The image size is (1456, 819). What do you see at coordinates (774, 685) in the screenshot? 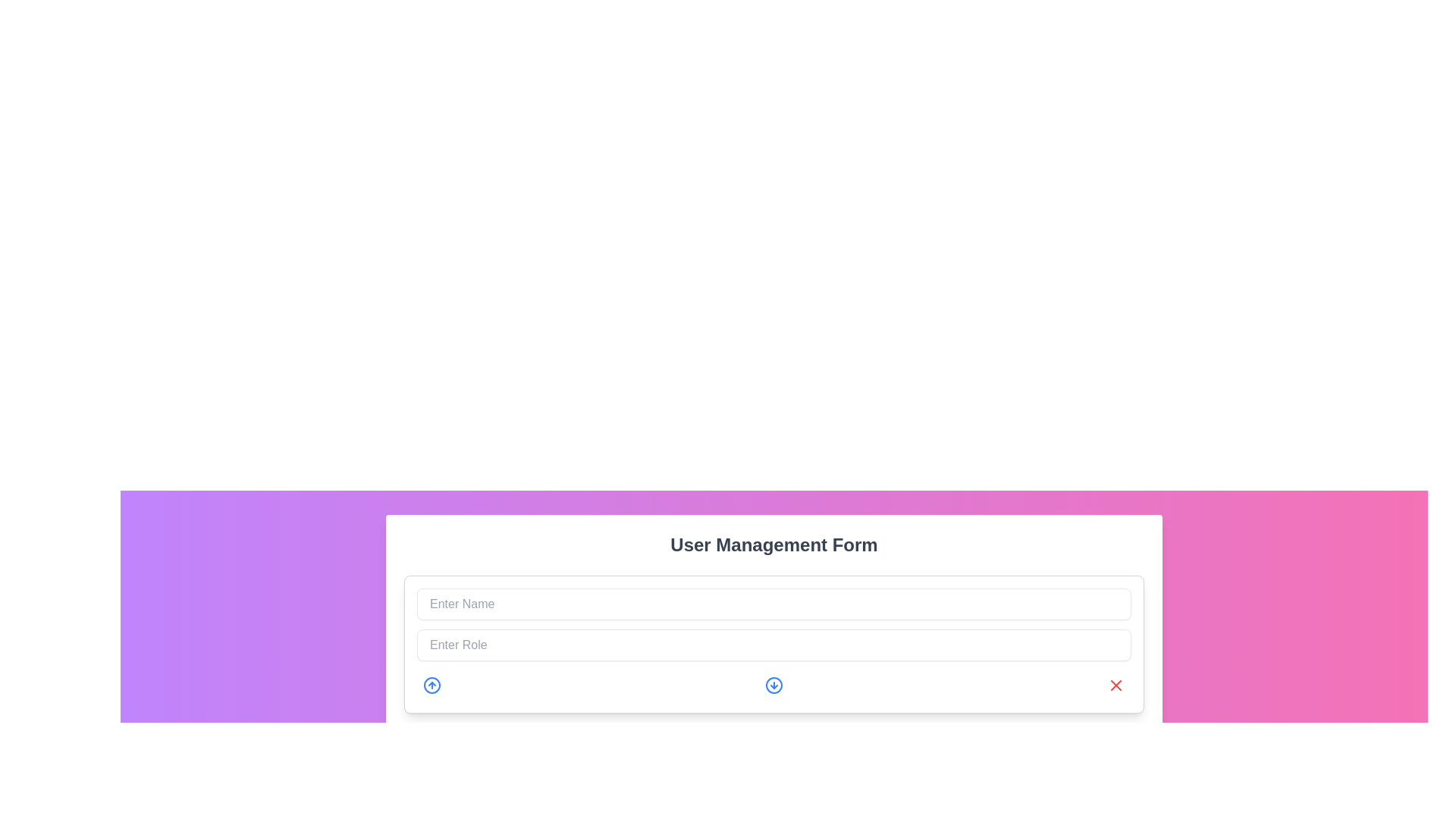
I see `the button with an embedded circular icon located at the center of the form's bottom edge` at bounding box center [774, 685].